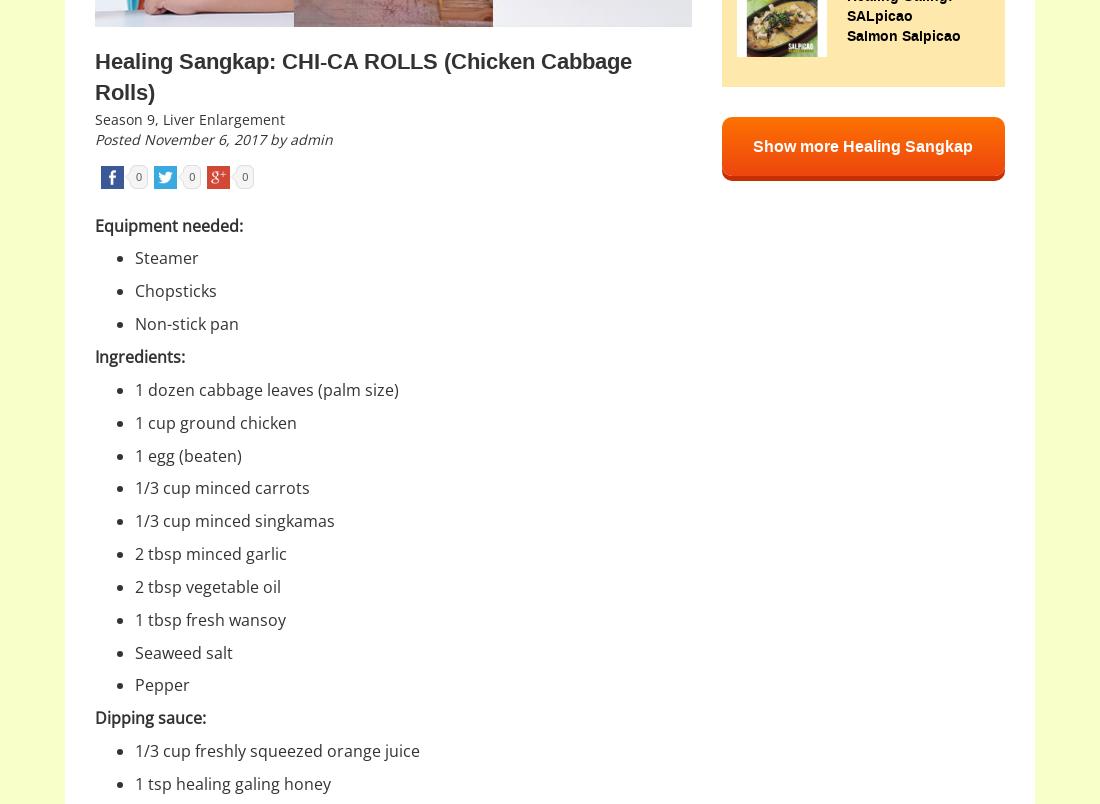 This screenshot has height=804, width=1100. What do you see at coordinates (363, 76) in the screenshot?
I see `'Healing Sangkap: CHI-CA ROLLS (Chicken Cabbage Rolls)'` at bounding box center [363, 76].